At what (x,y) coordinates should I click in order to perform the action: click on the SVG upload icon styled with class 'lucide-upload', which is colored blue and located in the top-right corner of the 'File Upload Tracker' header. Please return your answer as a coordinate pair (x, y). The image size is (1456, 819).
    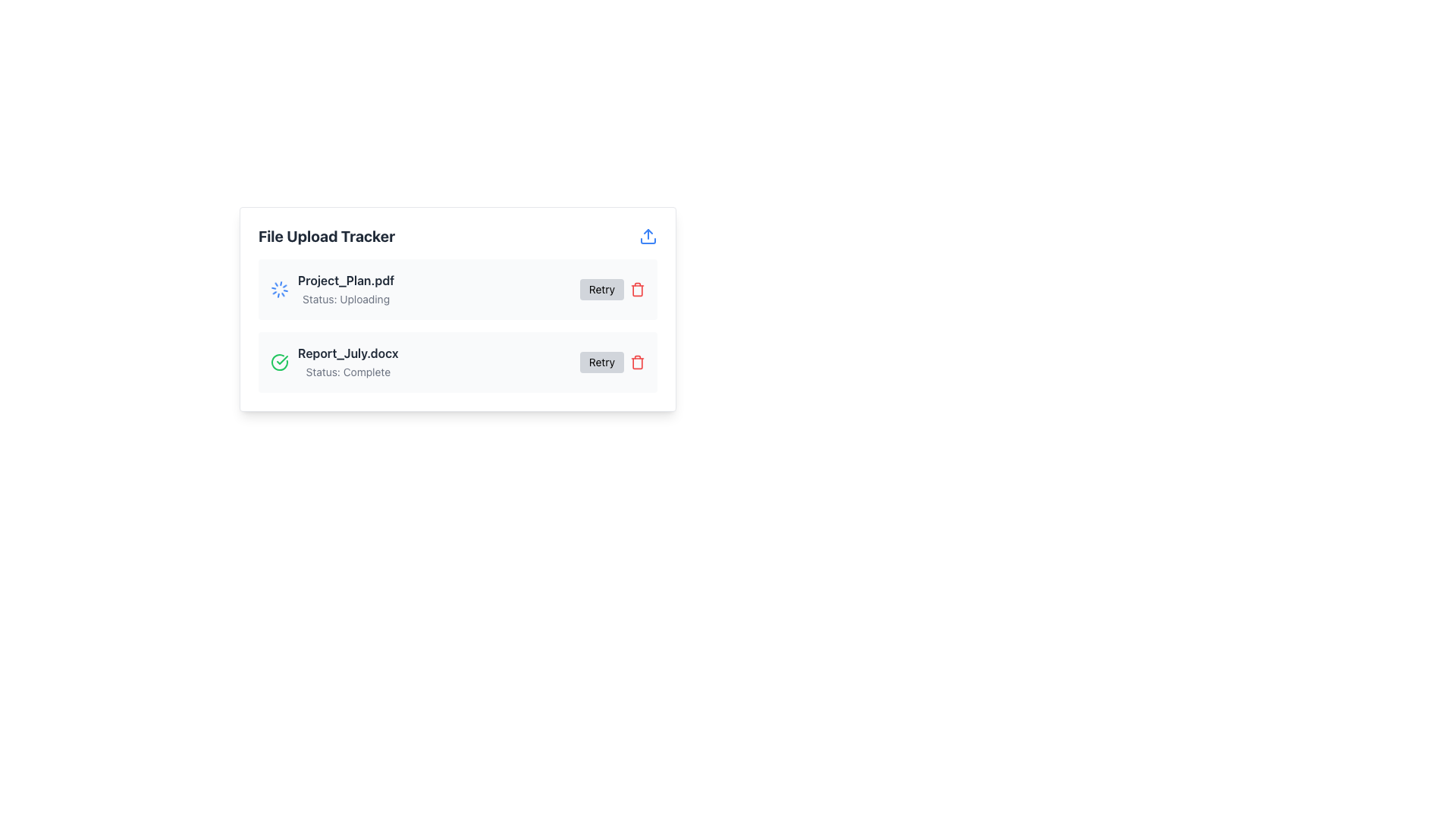
    Looking at the image, I should click on (648, 237).